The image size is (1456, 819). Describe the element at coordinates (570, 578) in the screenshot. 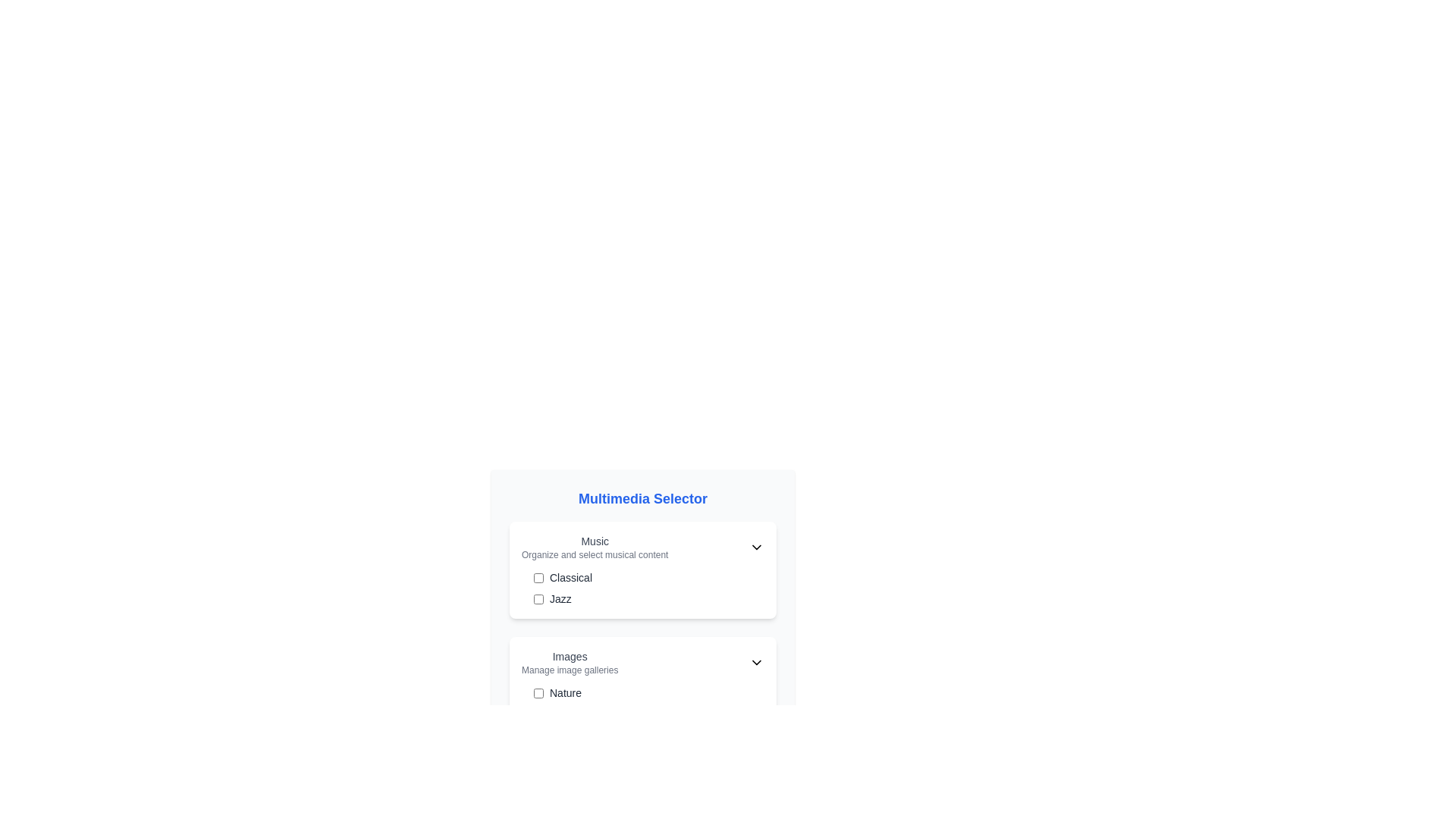

I see `the text label displaying 'Classical', styled in gray, which is positioned next to a checkbox within the Music section of the multimedia selection panel` at that location.